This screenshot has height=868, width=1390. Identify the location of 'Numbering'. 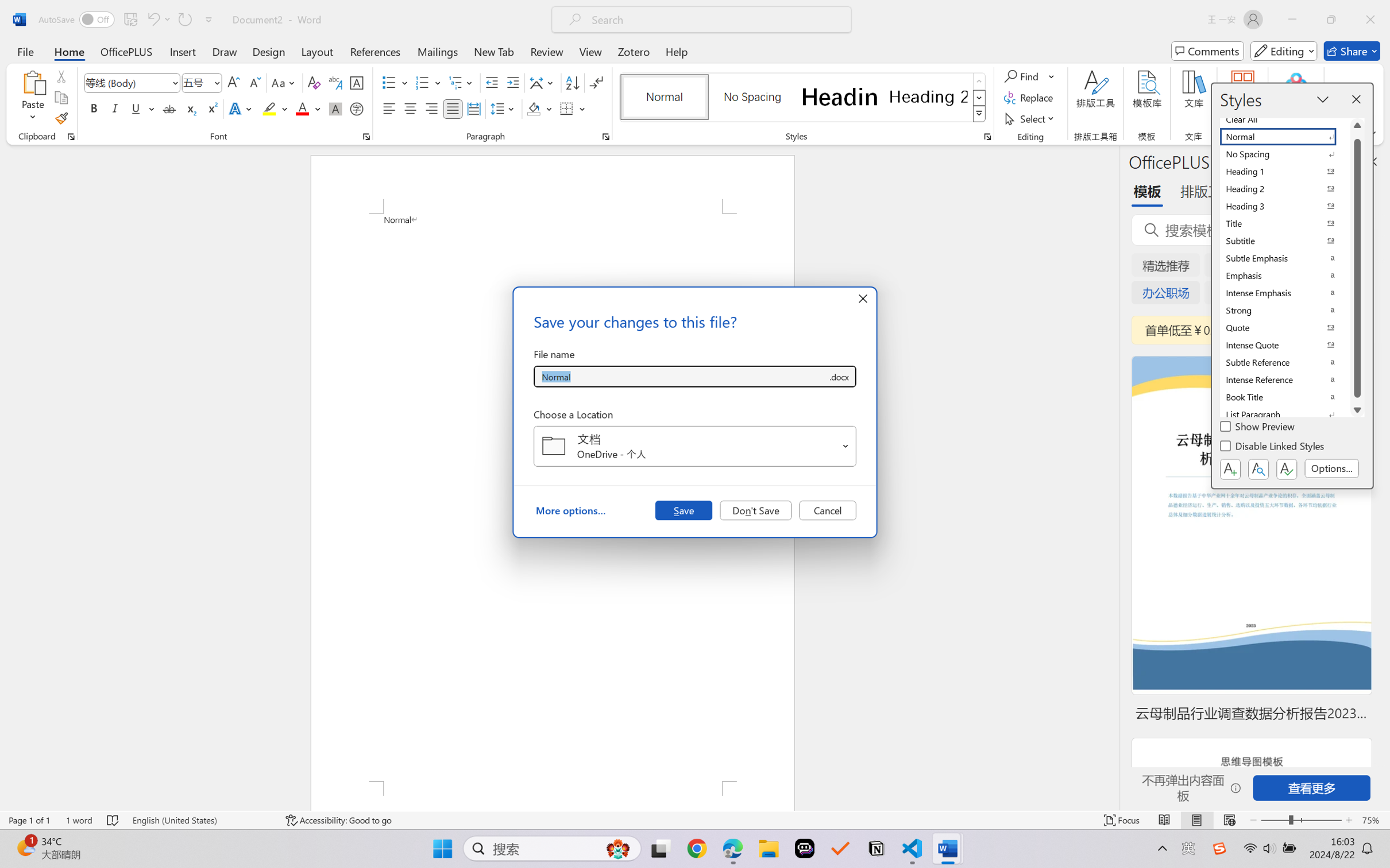
(422, 83).